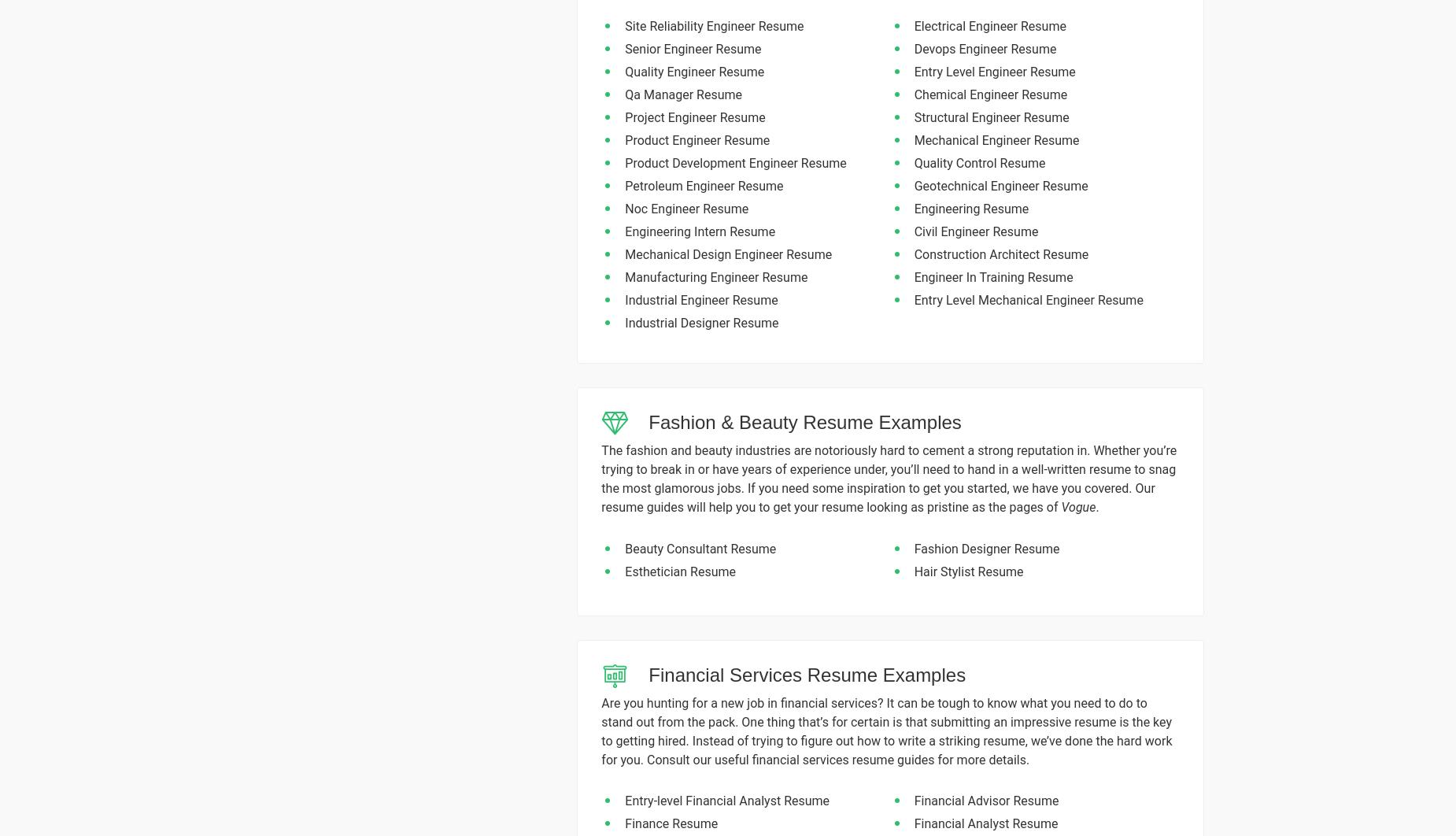 Image resolution: width=1456 pixels, height=836 pixels. I want to click on 'Product Development Engineer Resume', so click(734, 162).